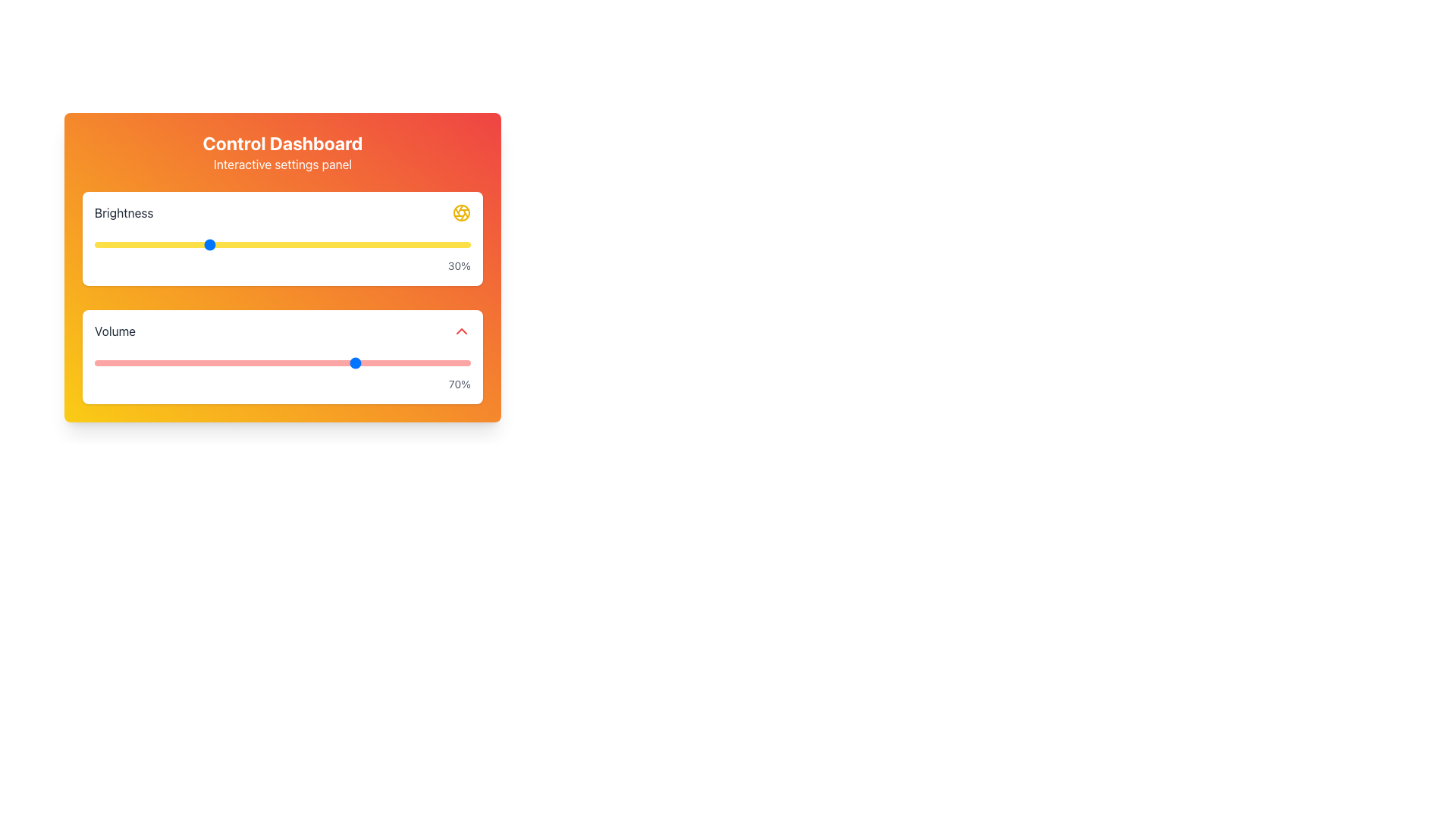 The height and width of the screenshot is (819, 1456). I want to click on text label 'Interactive settings panel' located beneath the title 'Control Dashboard' in the settings panel, so click(283, 164).